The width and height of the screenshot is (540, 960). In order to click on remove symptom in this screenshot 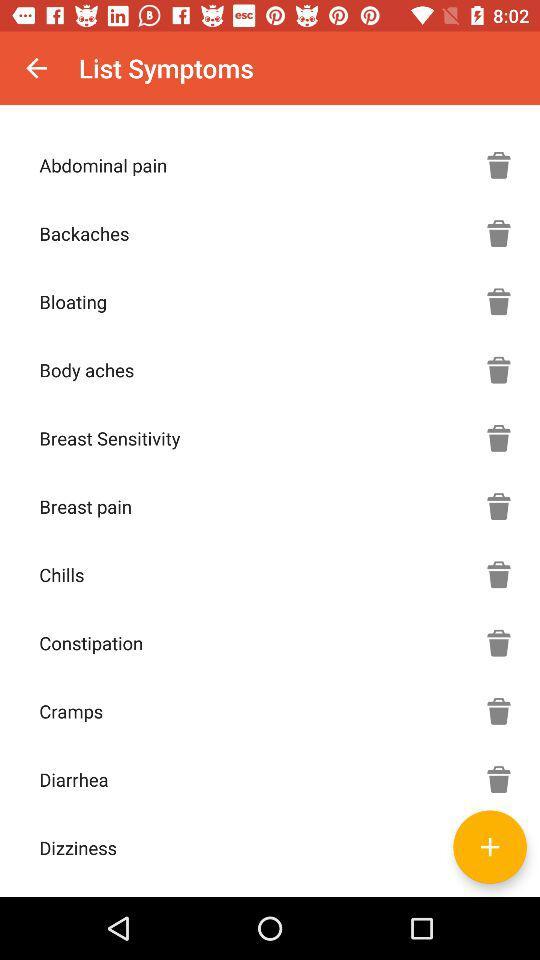, I will do `click(498, 233)`.